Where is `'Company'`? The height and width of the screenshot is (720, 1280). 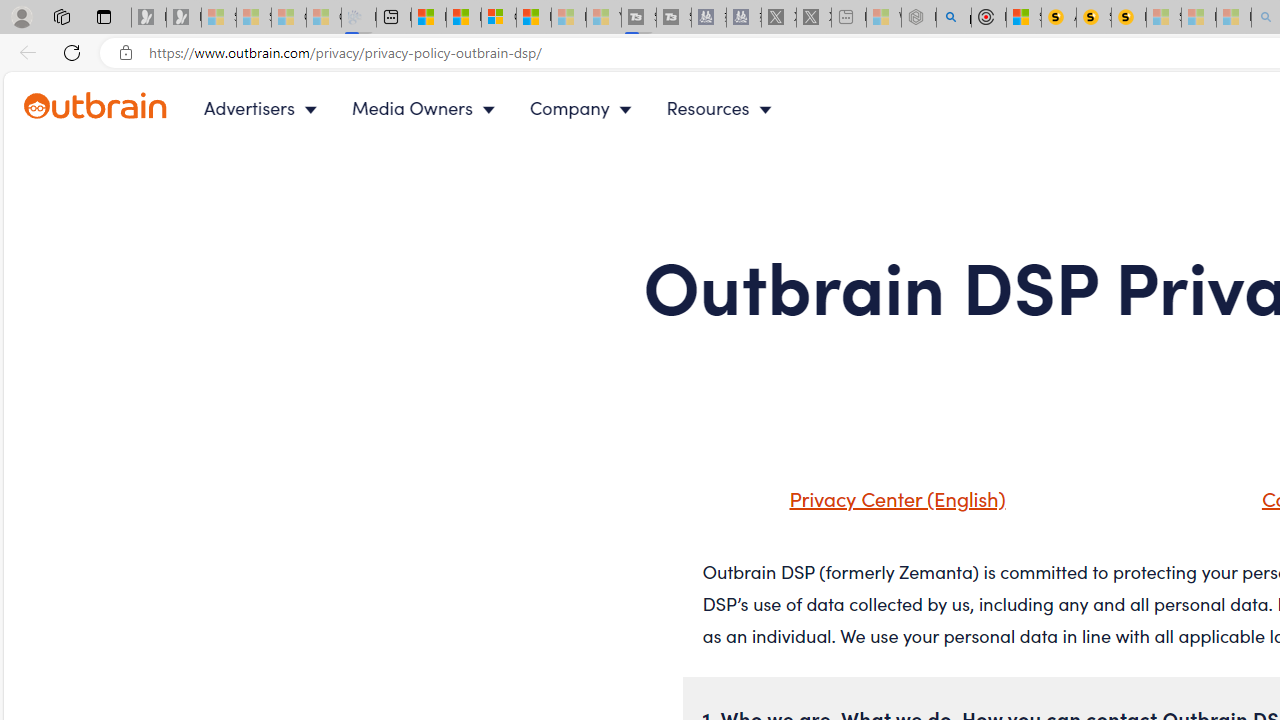 'Company' is located at coordinates (584, 108).